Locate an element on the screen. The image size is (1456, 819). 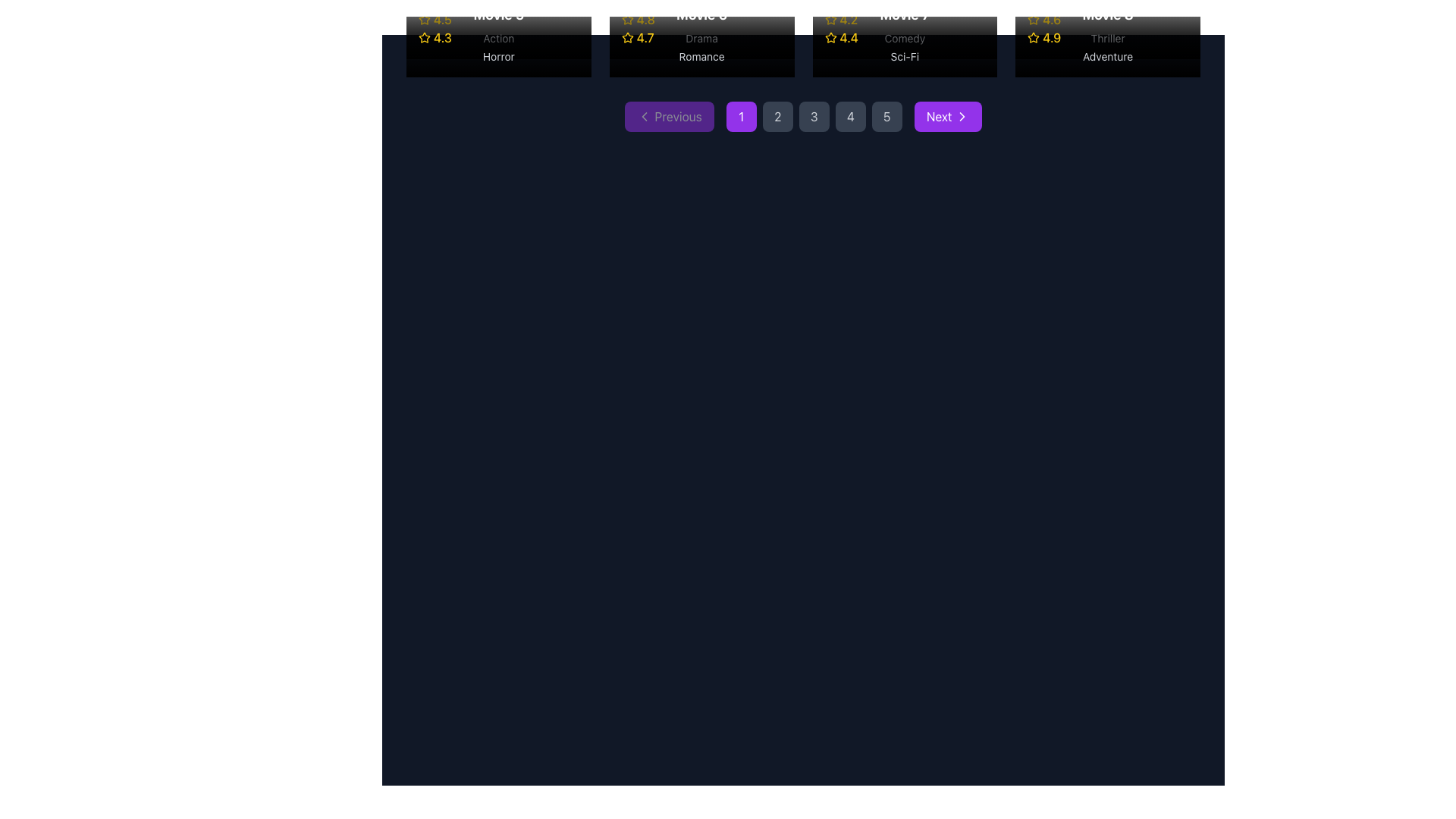
the decorative star icon that indicates a rating of '4.4' for 'Movie 9', which is styled in bold yellow and positioned to the left of the numeric rating is located at coordinates (830, 19).